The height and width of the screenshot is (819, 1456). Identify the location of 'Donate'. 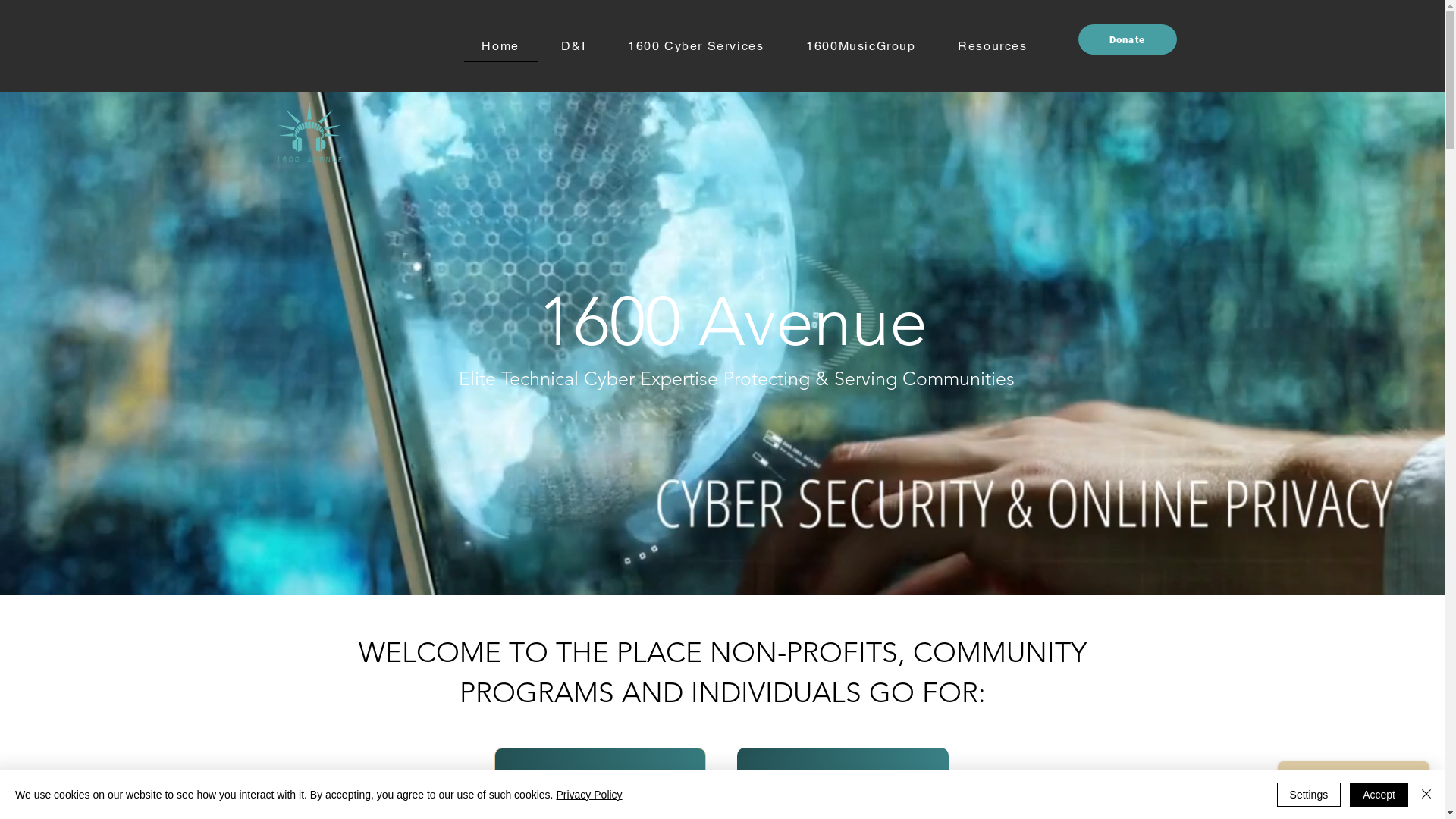
(1128, 38).